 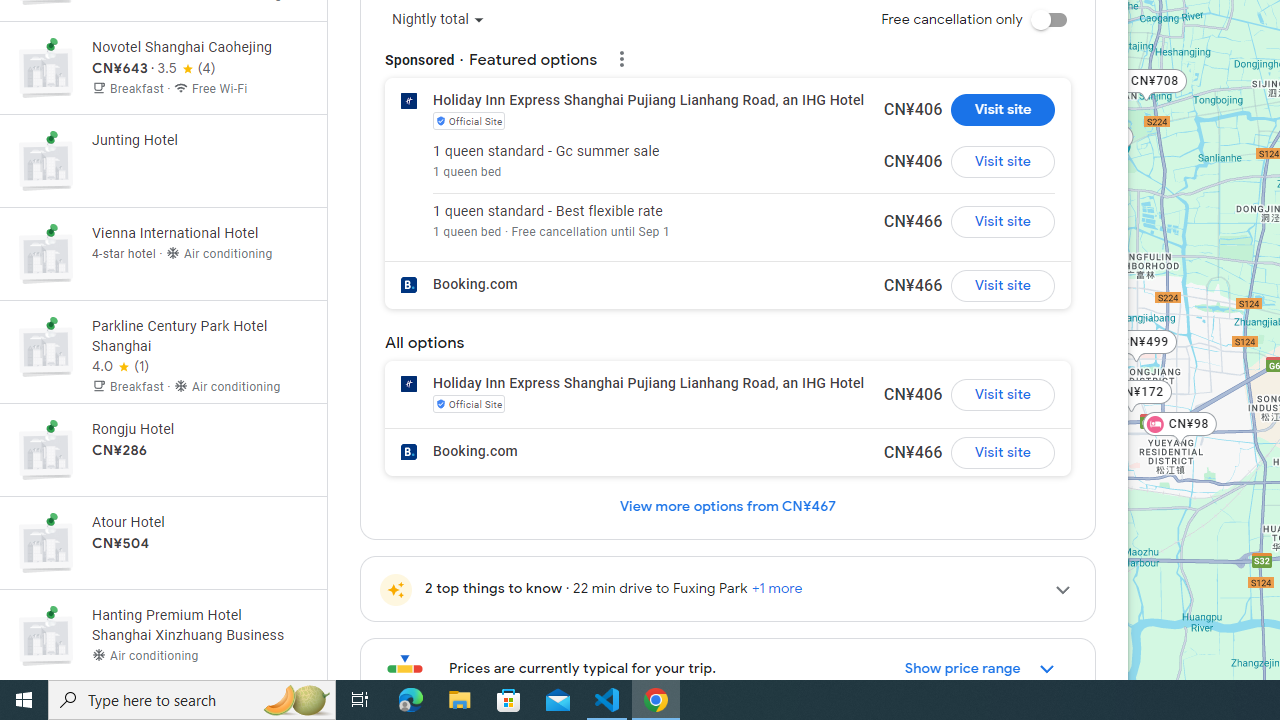 I want to click on '2 top things to know22 min drive to Fuxing Park+1 more', so click(x=726, y=587).